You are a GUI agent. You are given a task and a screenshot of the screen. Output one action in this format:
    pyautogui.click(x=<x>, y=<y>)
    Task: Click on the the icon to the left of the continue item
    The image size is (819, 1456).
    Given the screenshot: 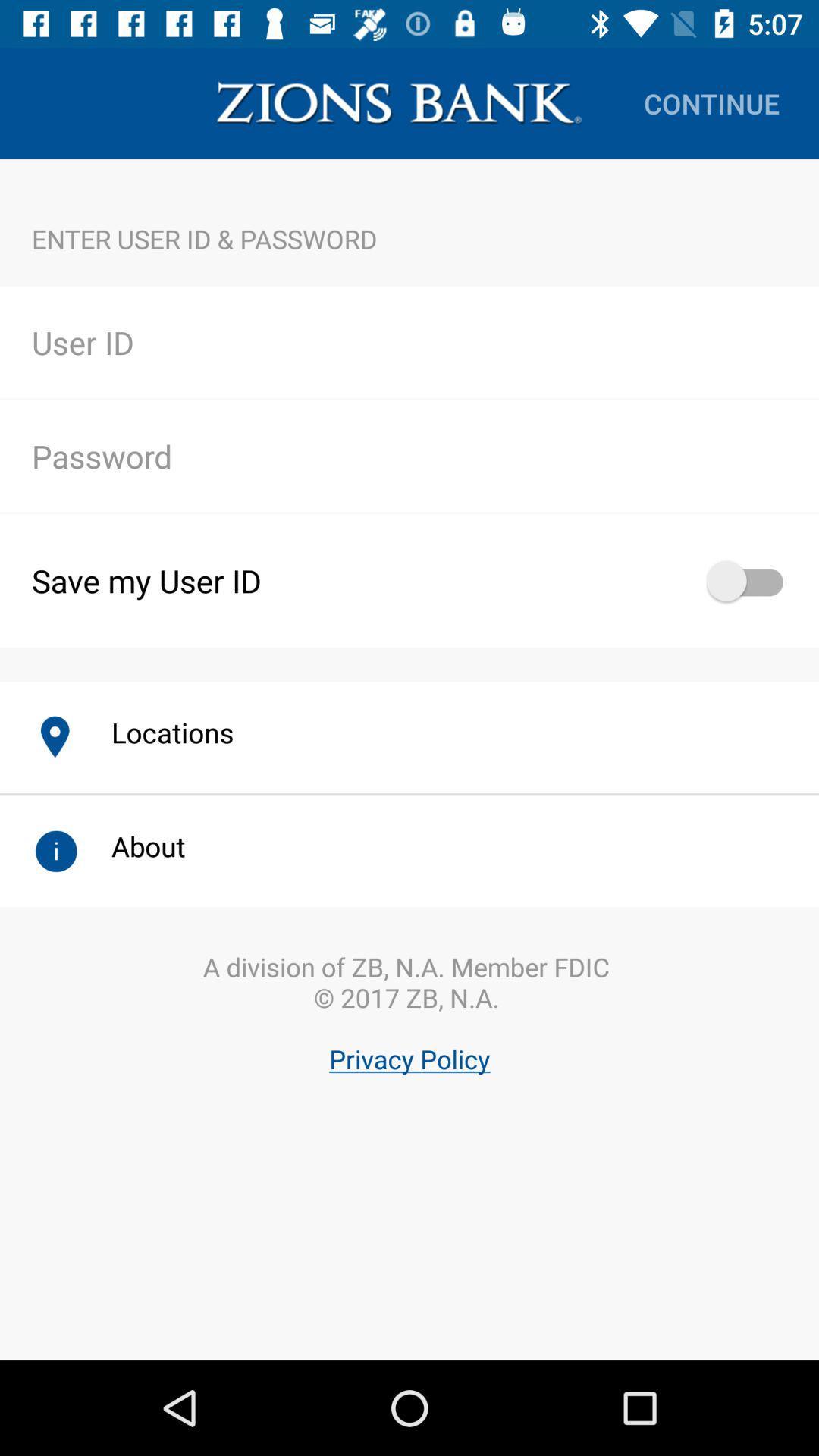 What is the action you would take?
    pyautogui.click(x=398, y=102)
    